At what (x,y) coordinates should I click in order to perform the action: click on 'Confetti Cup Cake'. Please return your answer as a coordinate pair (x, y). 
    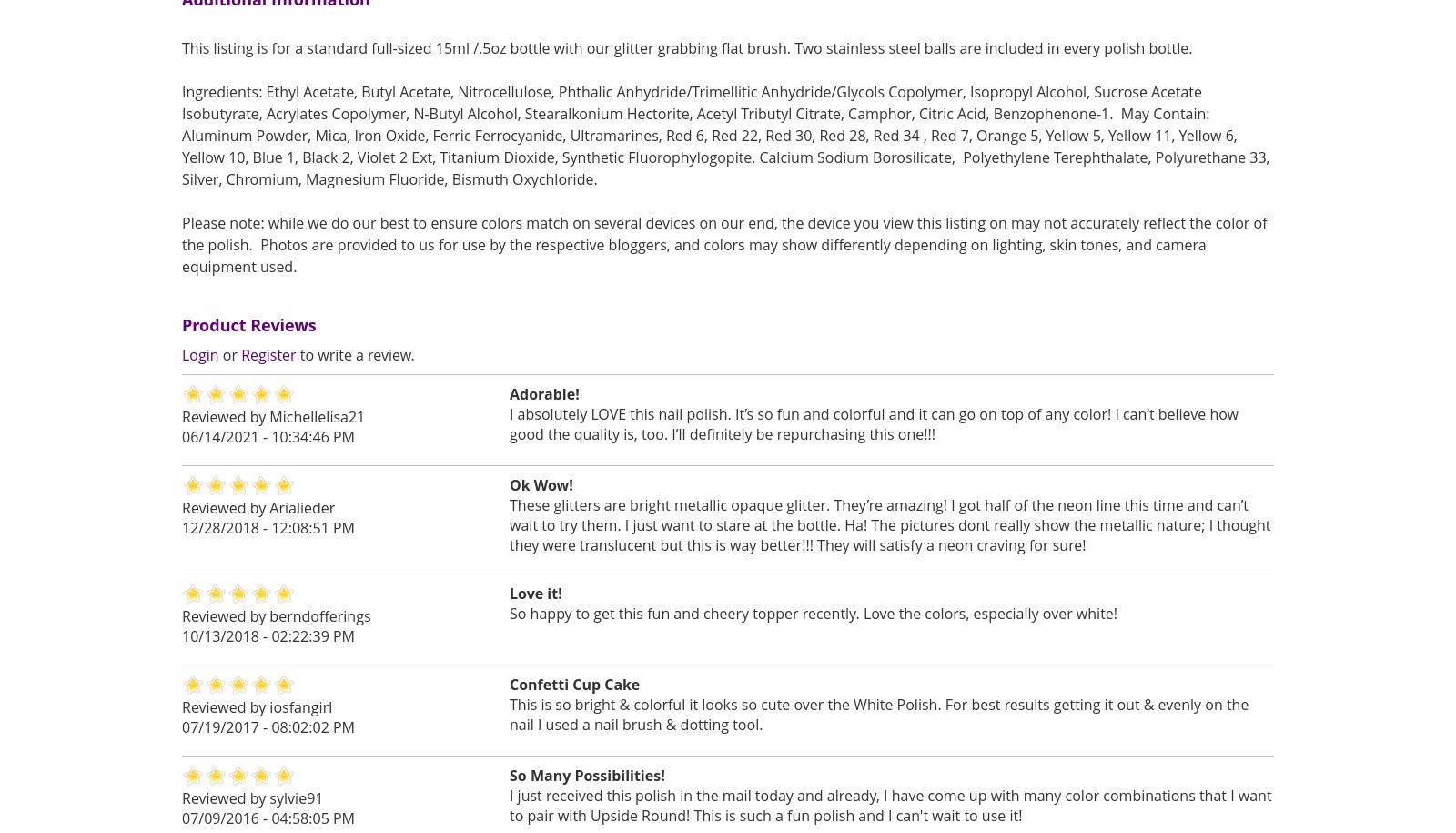
    Looking at the image, I should click on (574, 684).